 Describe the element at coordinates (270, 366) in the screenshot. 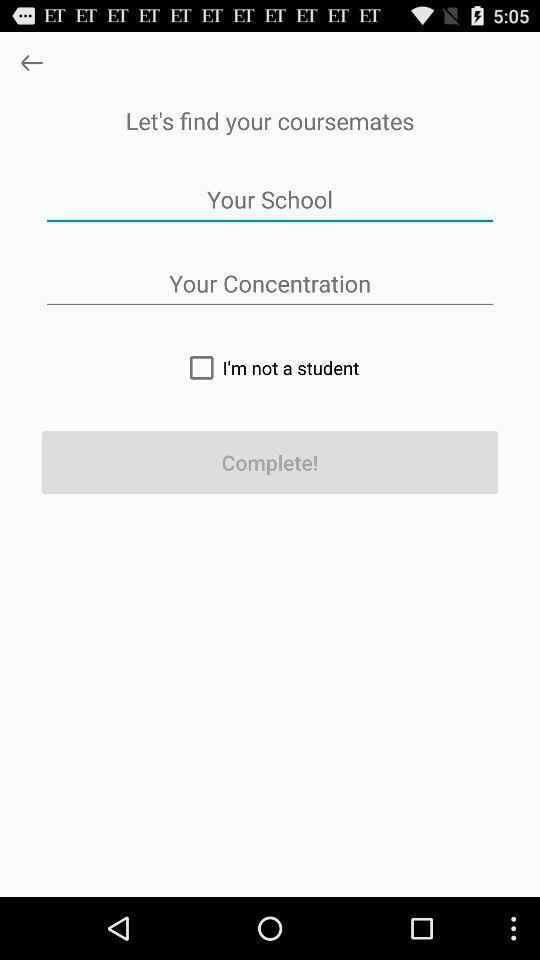

I see `the i m not icon` at that location.